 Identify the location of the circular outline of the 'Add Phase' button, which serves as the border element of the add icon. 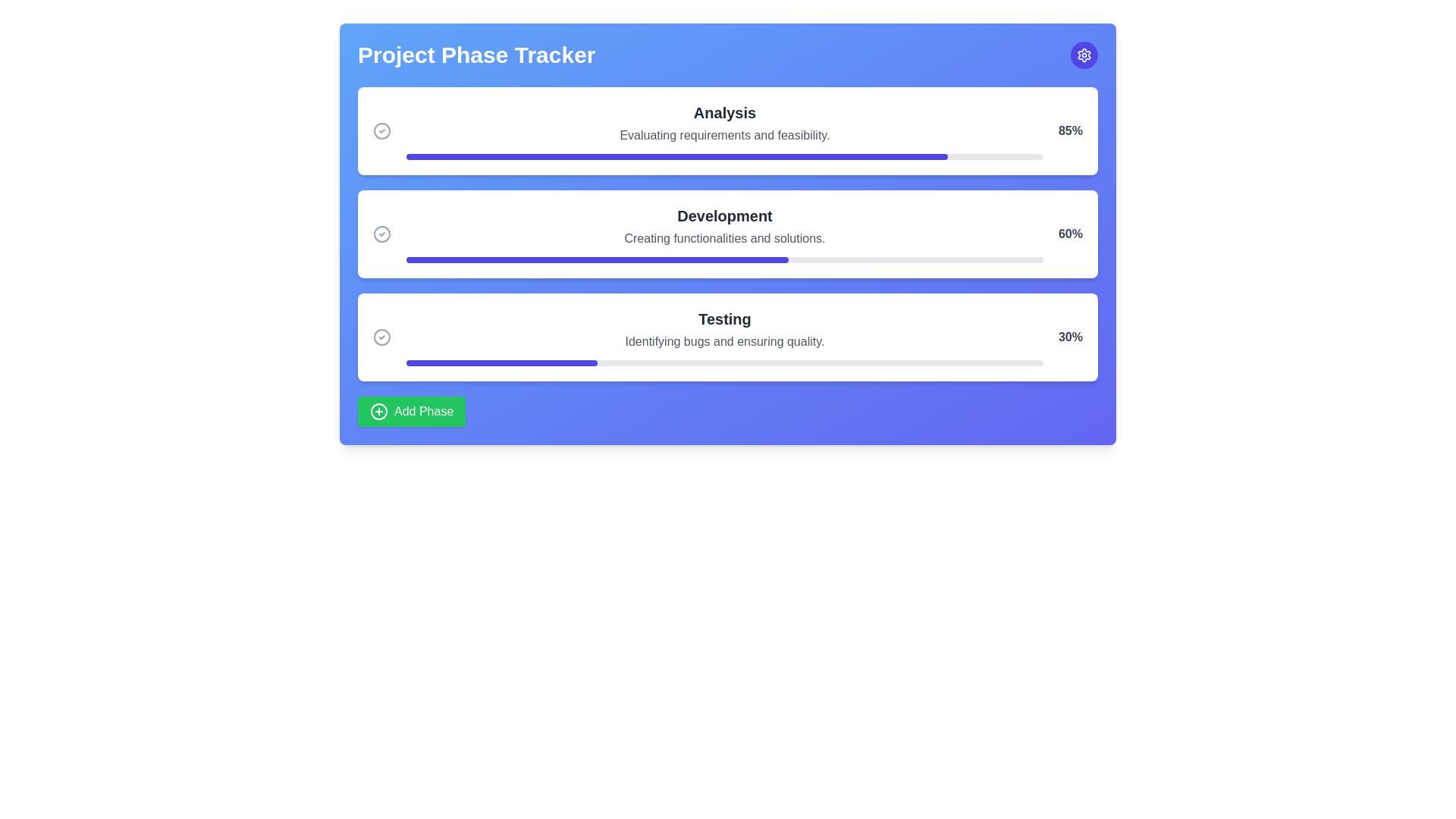
(378, 412).